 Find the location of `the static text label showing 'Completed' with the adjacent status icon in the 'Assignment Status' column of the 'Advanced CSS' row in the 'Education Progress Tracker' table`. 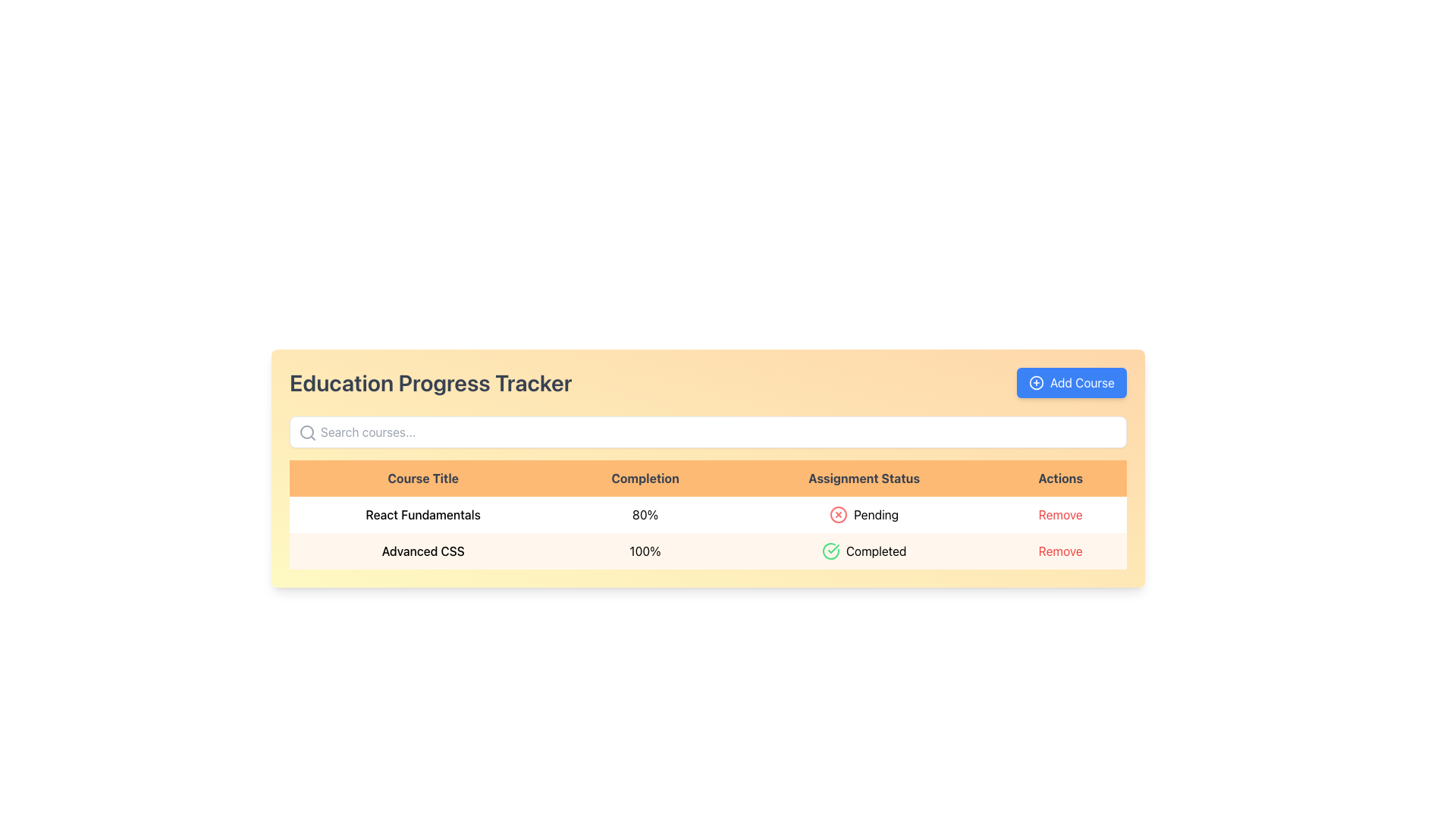

the static text label showing 'Completed' with the adjacent status icon in the 'Assignment Status' column of the 'Advanced CSS' row in the 'Education Progress Tracker' table is located at coordinates (864, 551).